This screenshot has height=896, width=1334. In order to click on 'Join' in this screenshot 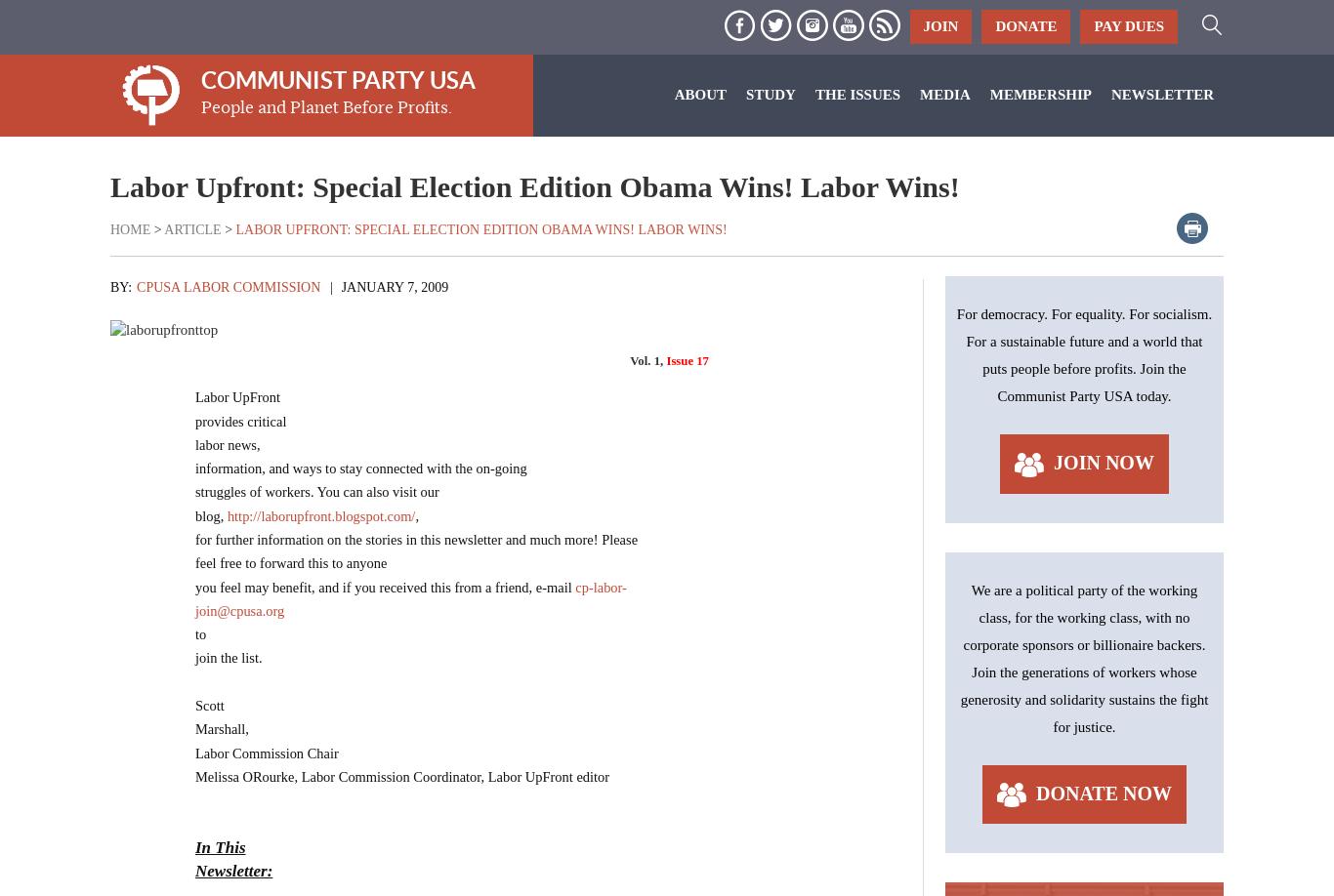, I will do `click(940, 25)`.